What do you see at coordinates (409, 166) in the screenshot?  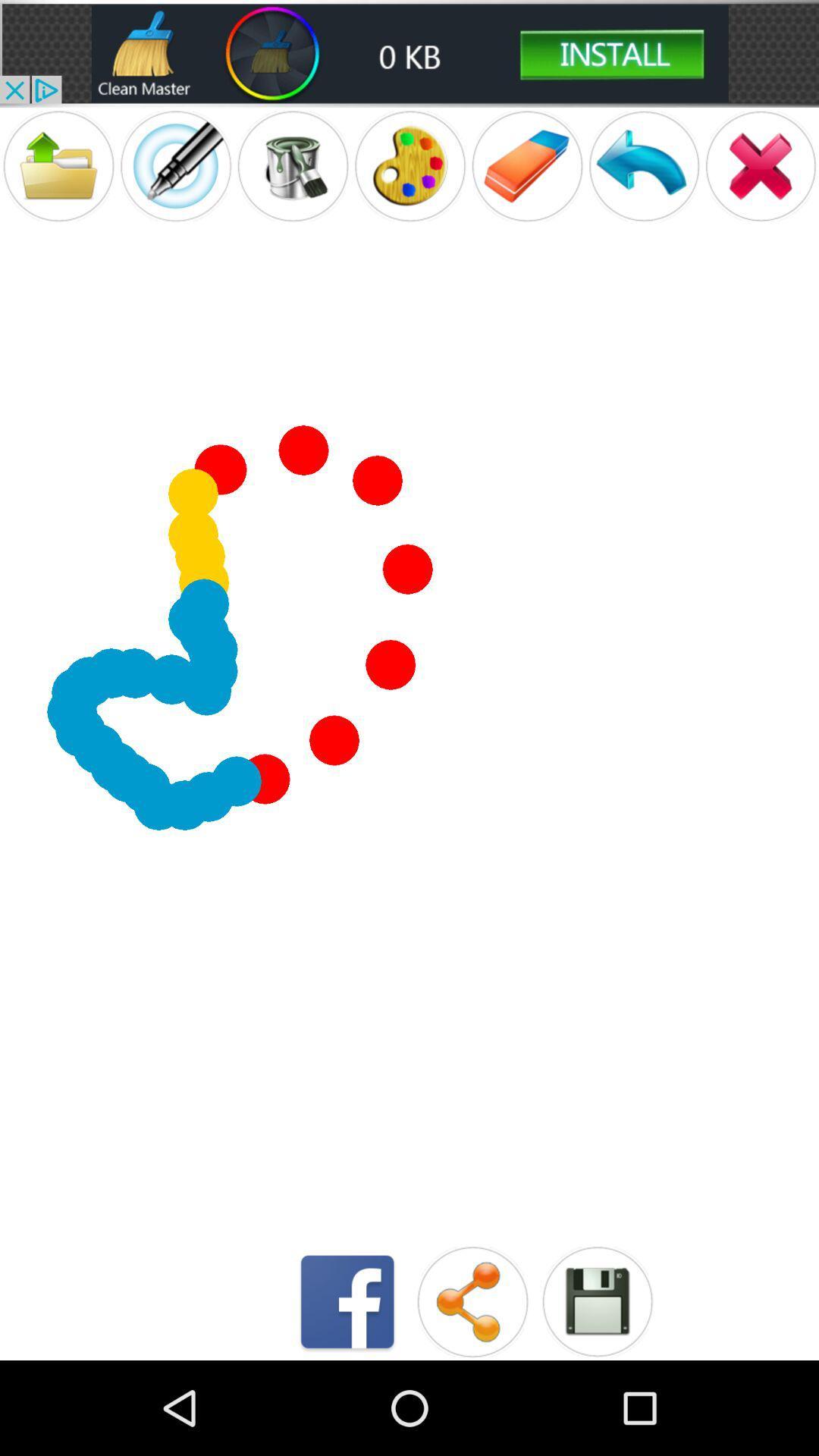 I see `painting` at bounding box center [409, 166].